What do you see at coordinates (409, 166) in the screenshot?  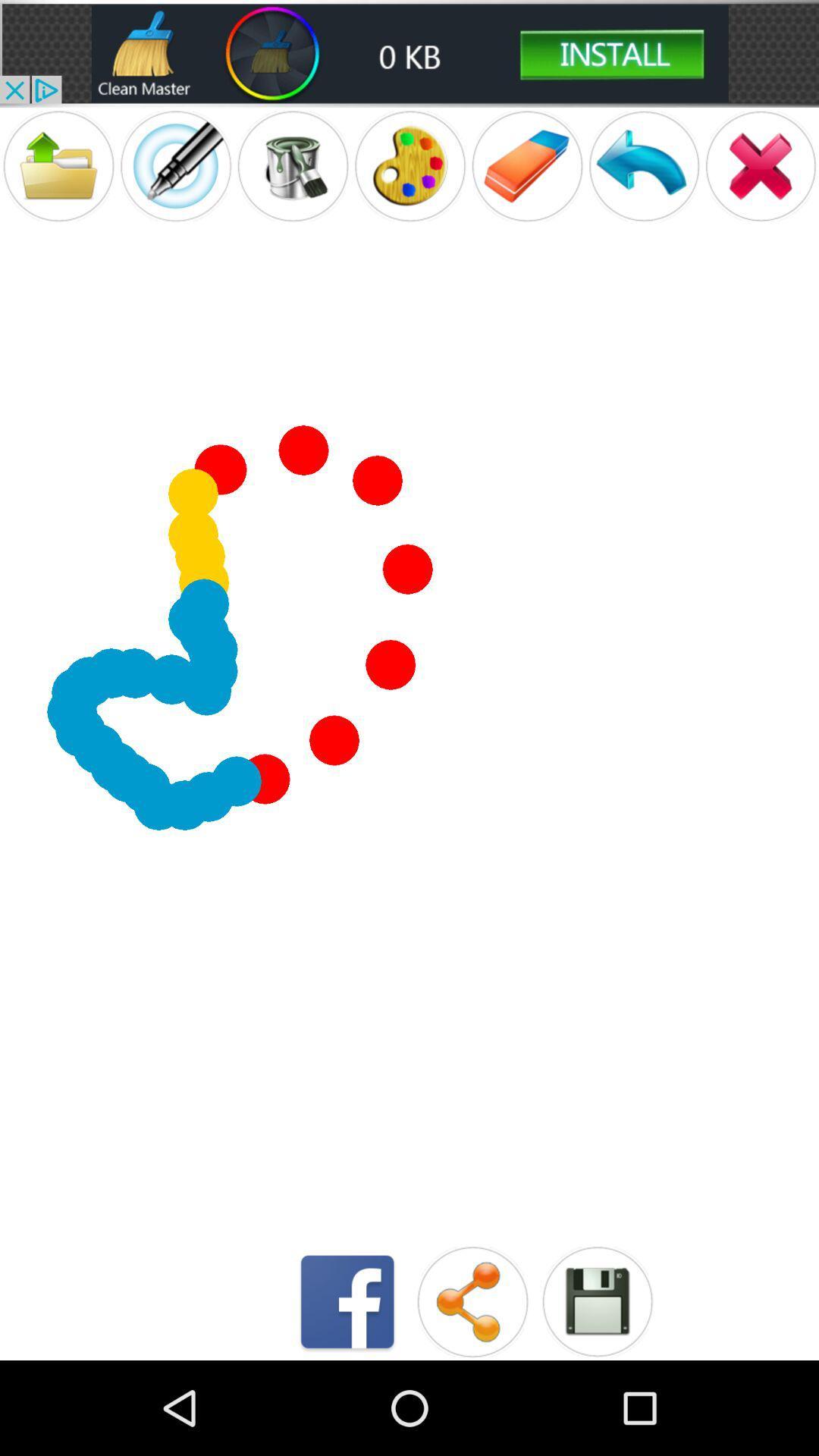 I see `painting` at bounding box center [409, 166].